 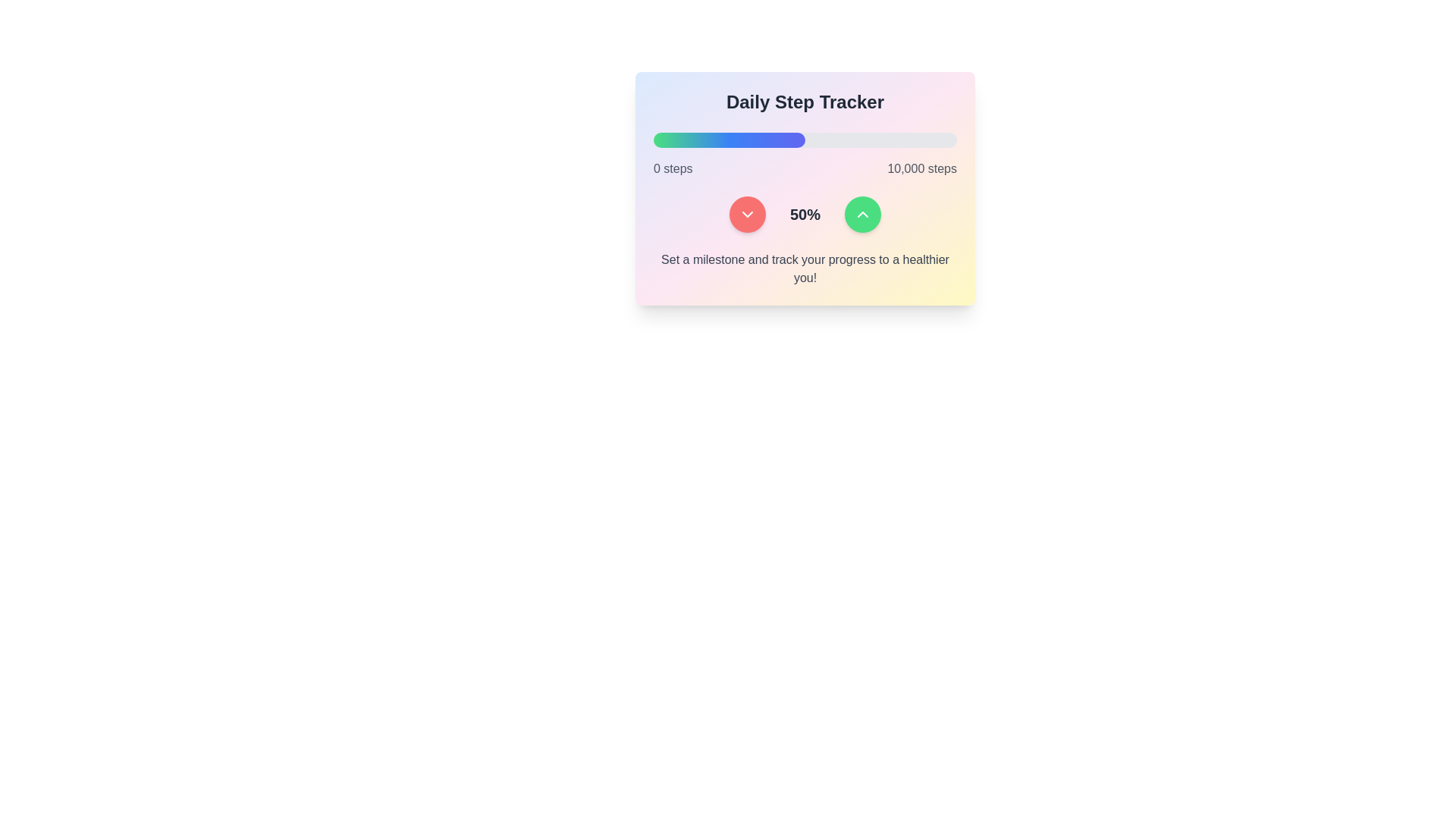 What do you see at coordinates (747, 214) in the screenshot?
I see `the circular button with a red background and white downward chevron, located to the left of the text '50%` at bounding box center [747, 214].